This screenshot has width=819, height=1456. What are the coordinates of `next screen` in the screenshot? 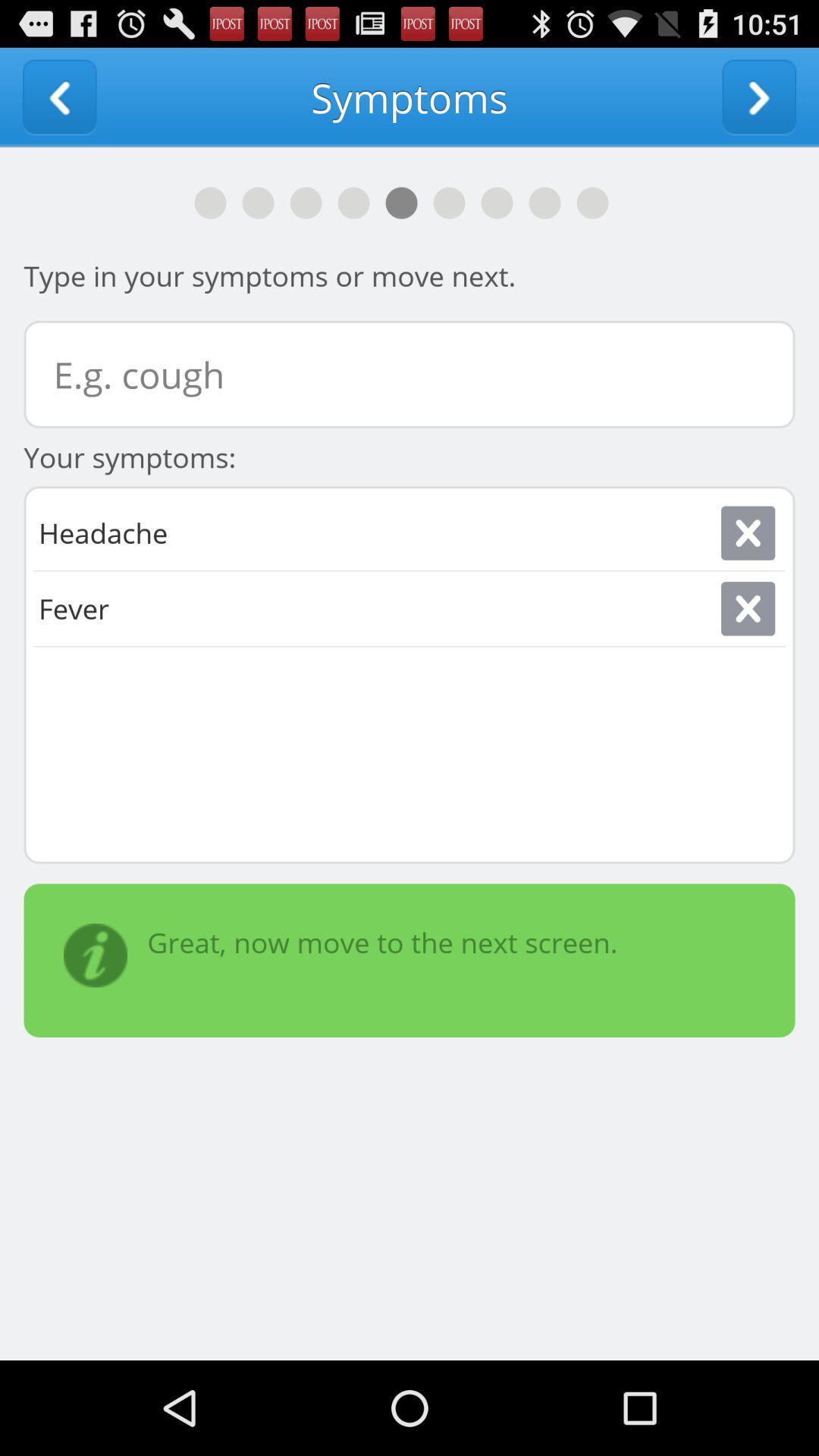 It's located at (759, 96).